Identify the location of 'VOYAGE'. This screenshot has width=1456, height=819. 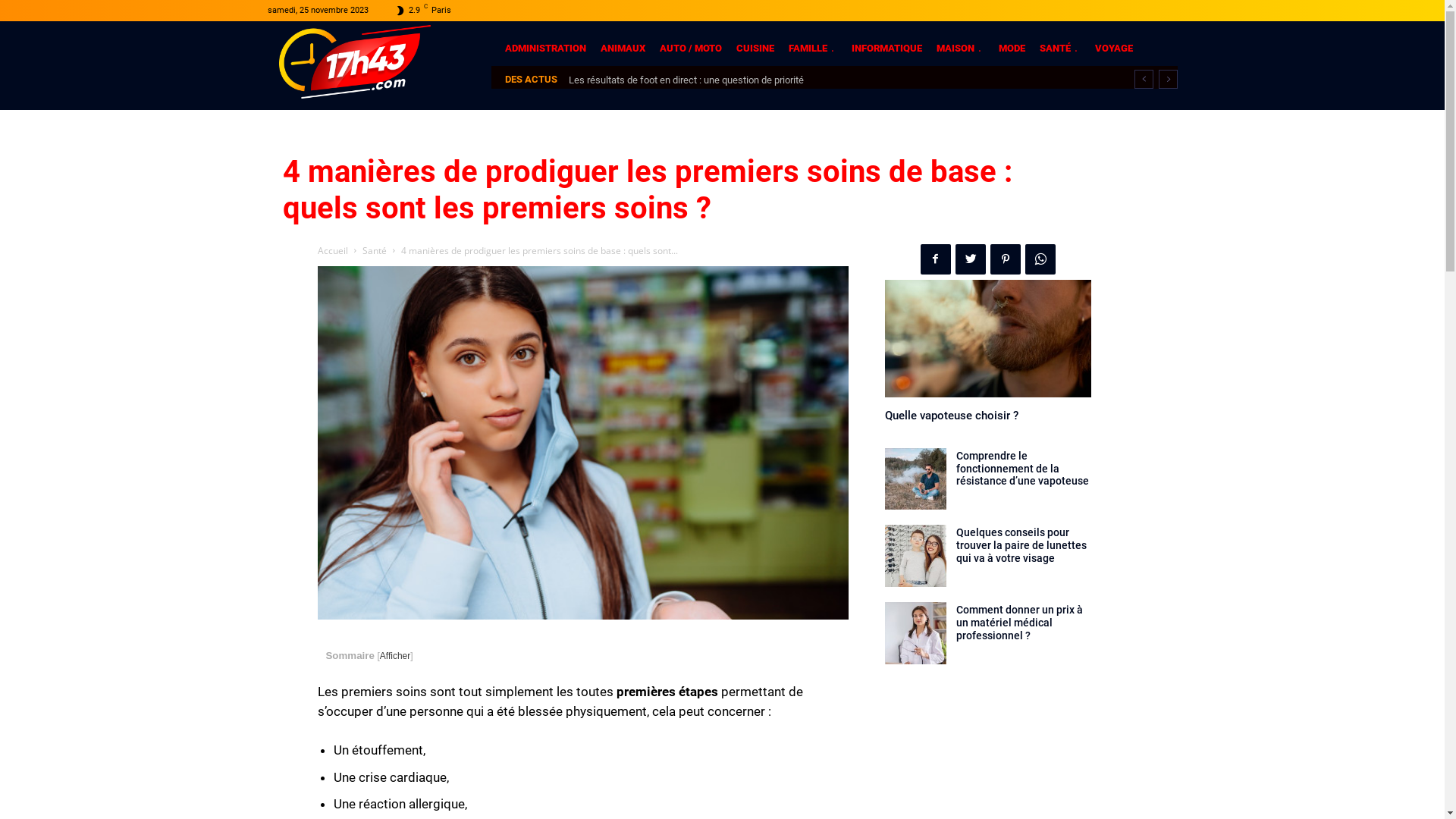
(1113, 47).